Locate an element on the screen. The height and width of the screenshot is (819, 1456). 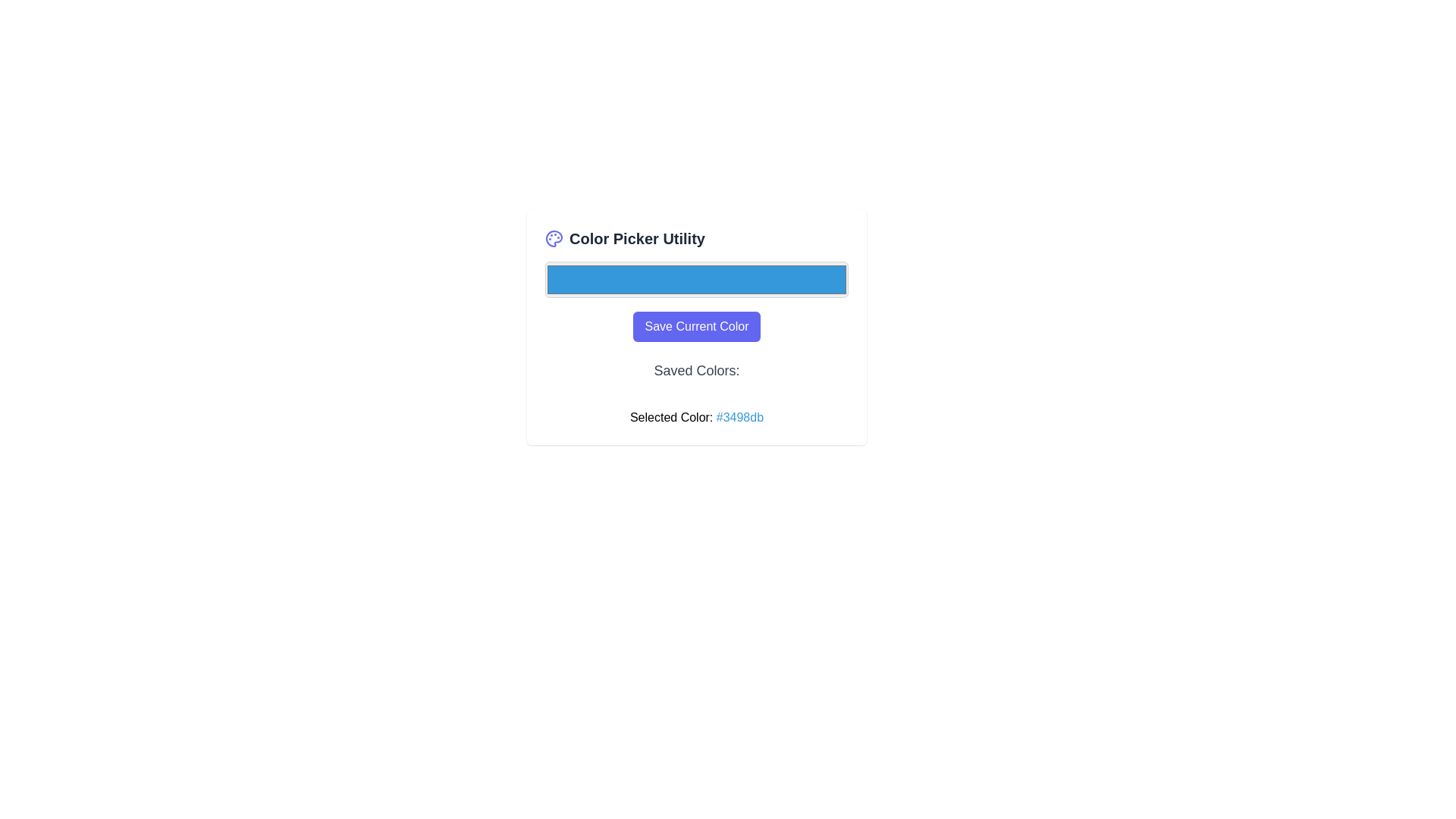
the 'Save Current Color' button, which is a deep indigo rectangular button with rounded corners is located at coordinates (695, 326).